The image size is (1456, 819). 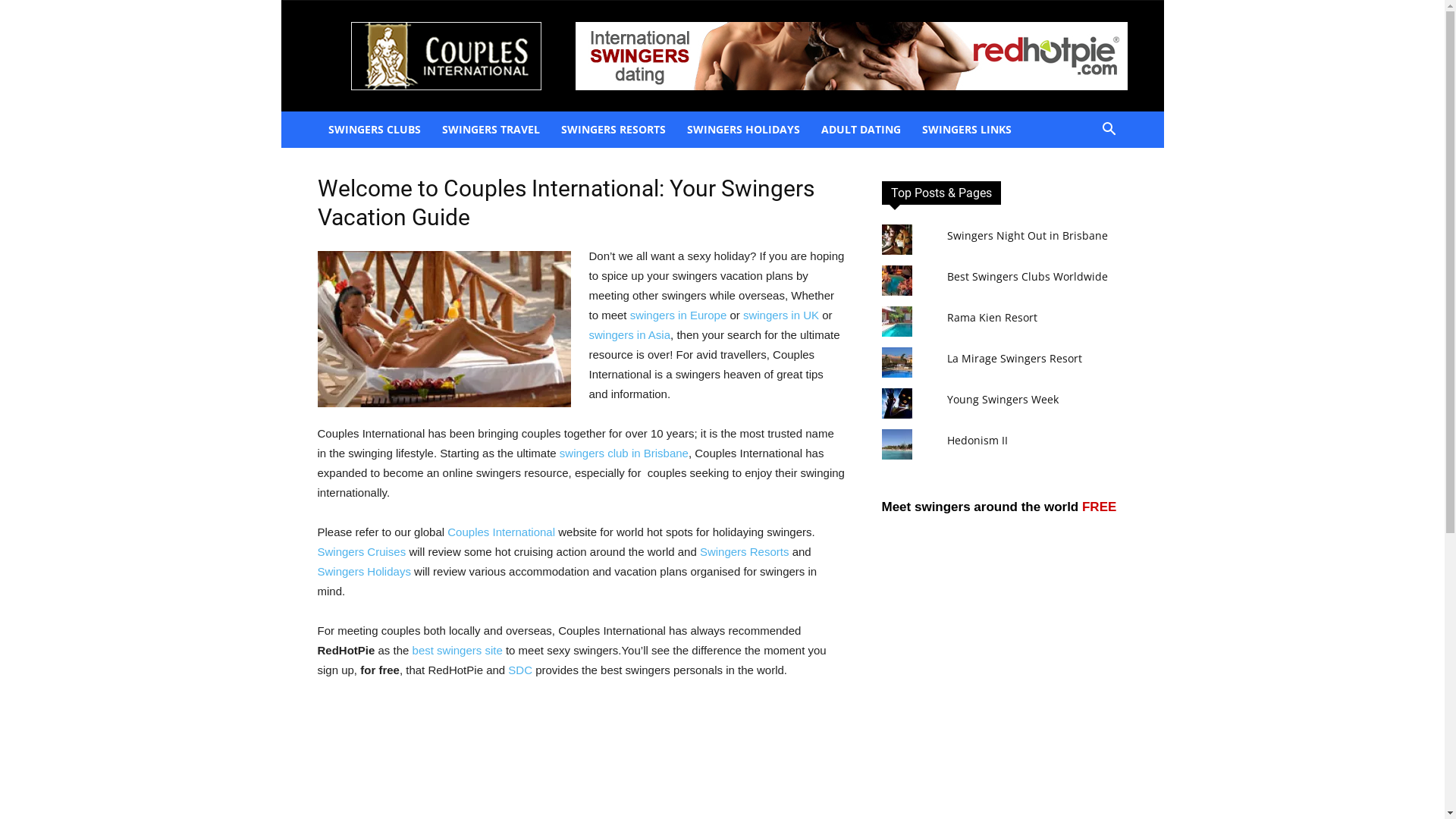 What do you see at coordinates (1015, 358) in the screenshot?
I see `'La Mirage Swingers Resort'` at bounding box center [1015, 358].